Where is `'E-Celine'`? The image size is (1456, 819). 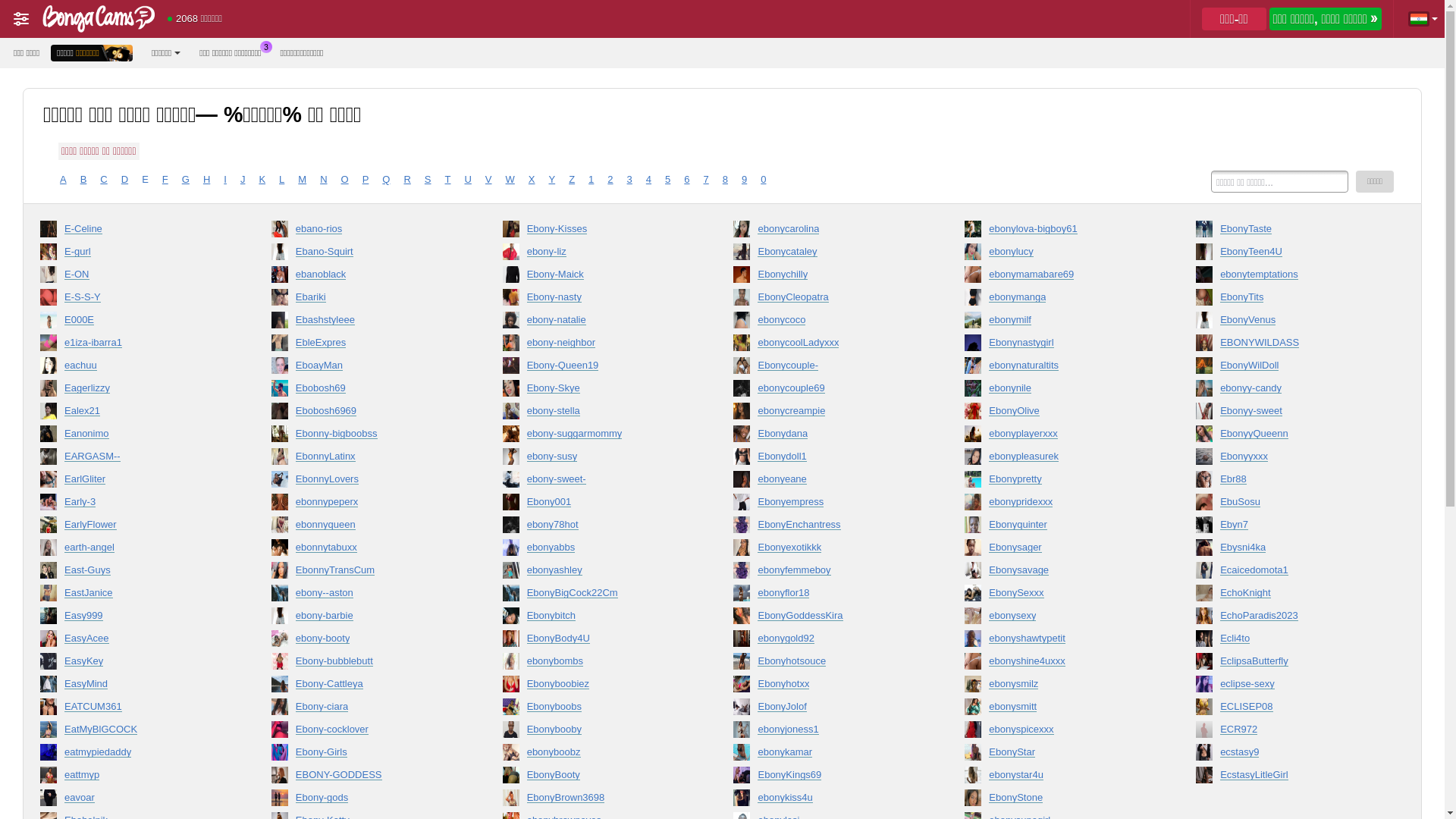
'E-Celine' is located at coordinates (134, 231).